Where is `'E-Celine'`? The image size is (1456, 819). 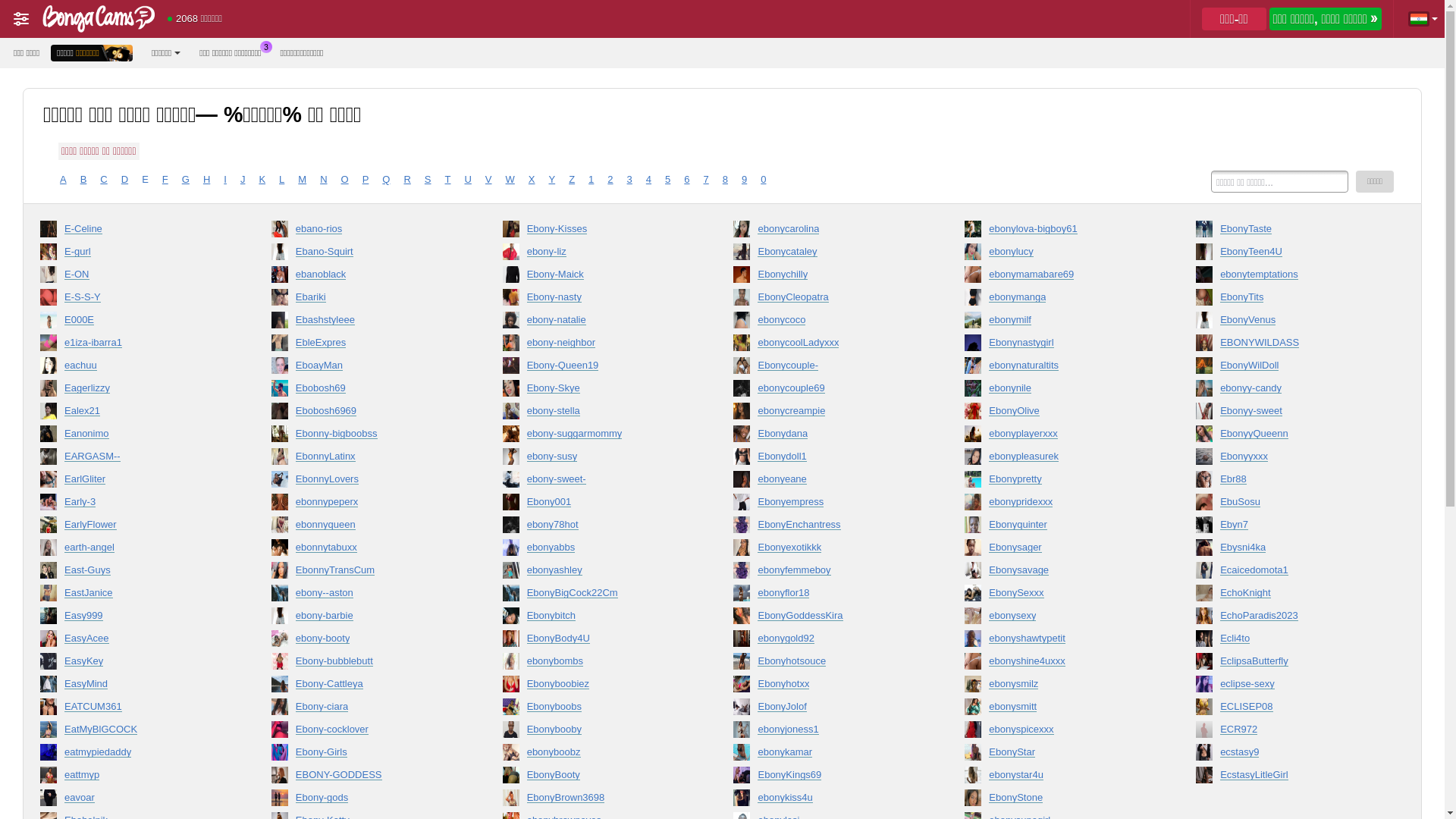
'E-Celine' is located at coordinates (134, 231).